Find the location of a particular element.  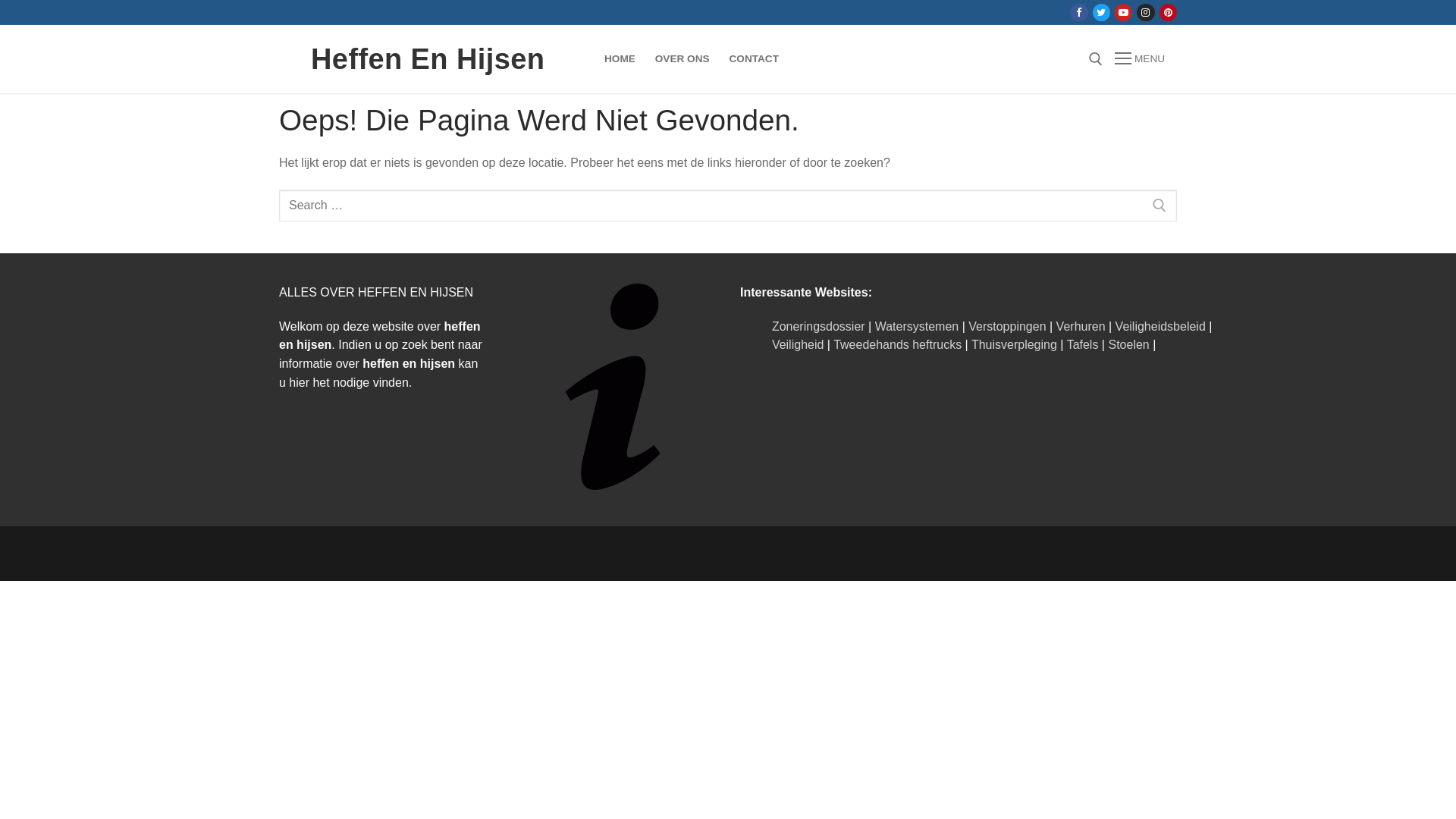

'Verstoppingen' is located at coordinates (1007, 325).